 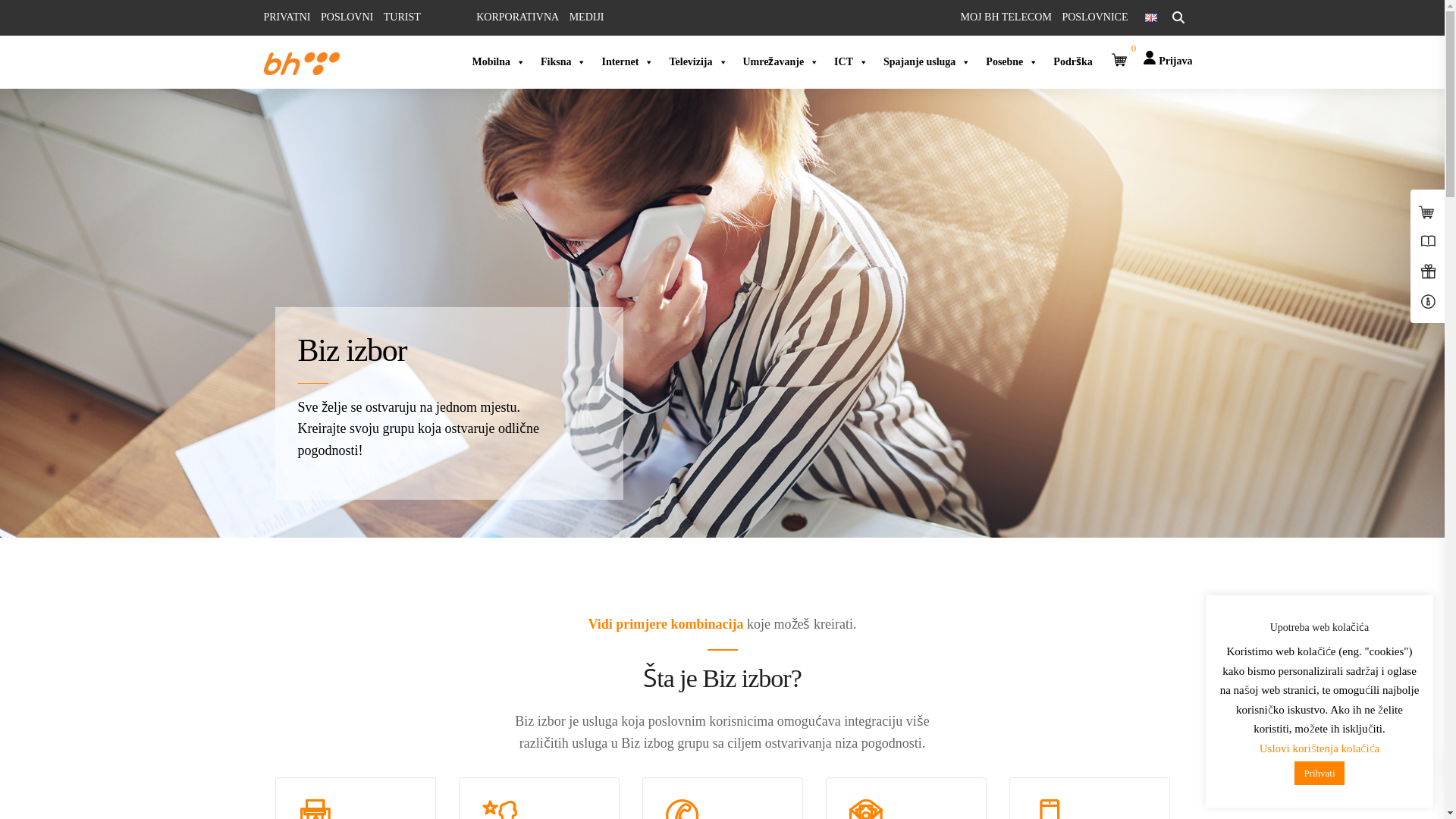 What do you see at coordinates (1006, 17) in the screenshot?
I see `'MOJ BH TELECOM'` at bounding box center [1006, 17].